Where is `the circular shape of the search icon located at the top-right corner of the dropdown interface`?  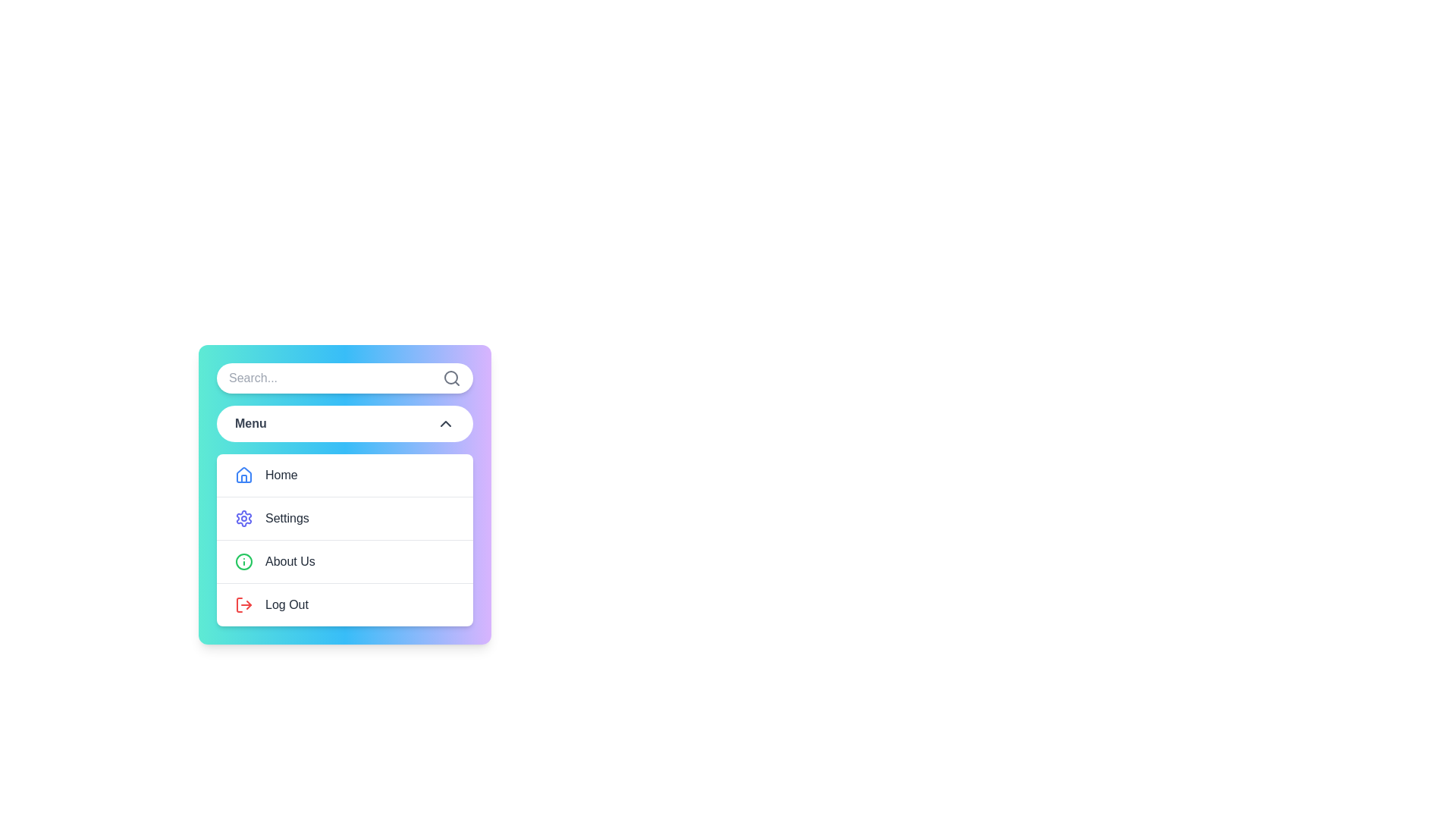 the circular shape of the search icon located at the top-right corner of the dropdown interface is located at coordinates (450, 376).